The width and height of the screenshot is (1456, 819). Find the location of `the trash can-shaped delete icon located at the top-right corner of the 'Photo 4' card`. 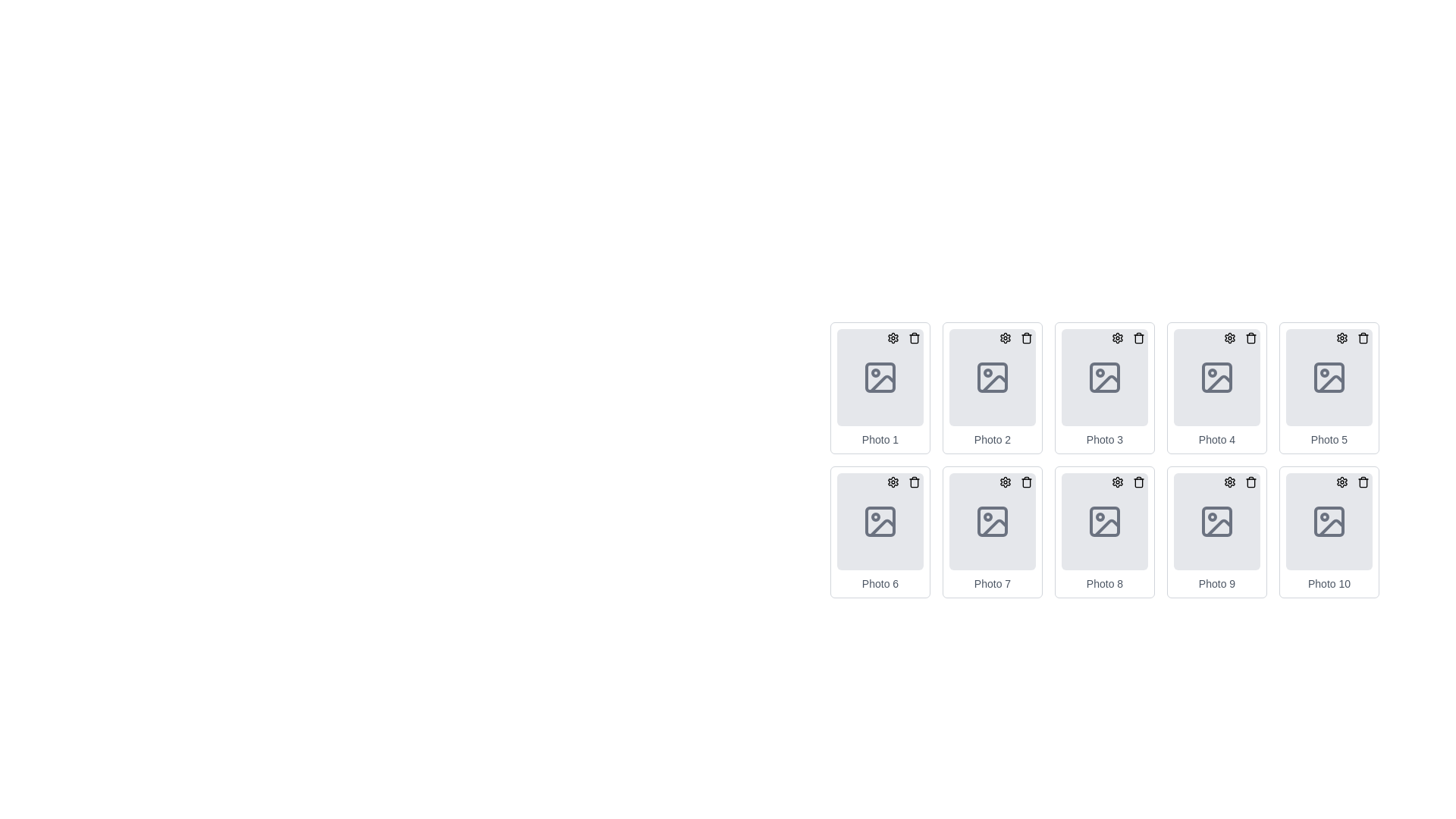

the trash can-shaped delete icon located at the top-right corner of the 'Photo 4' card is located at coordinates (1251, 337).